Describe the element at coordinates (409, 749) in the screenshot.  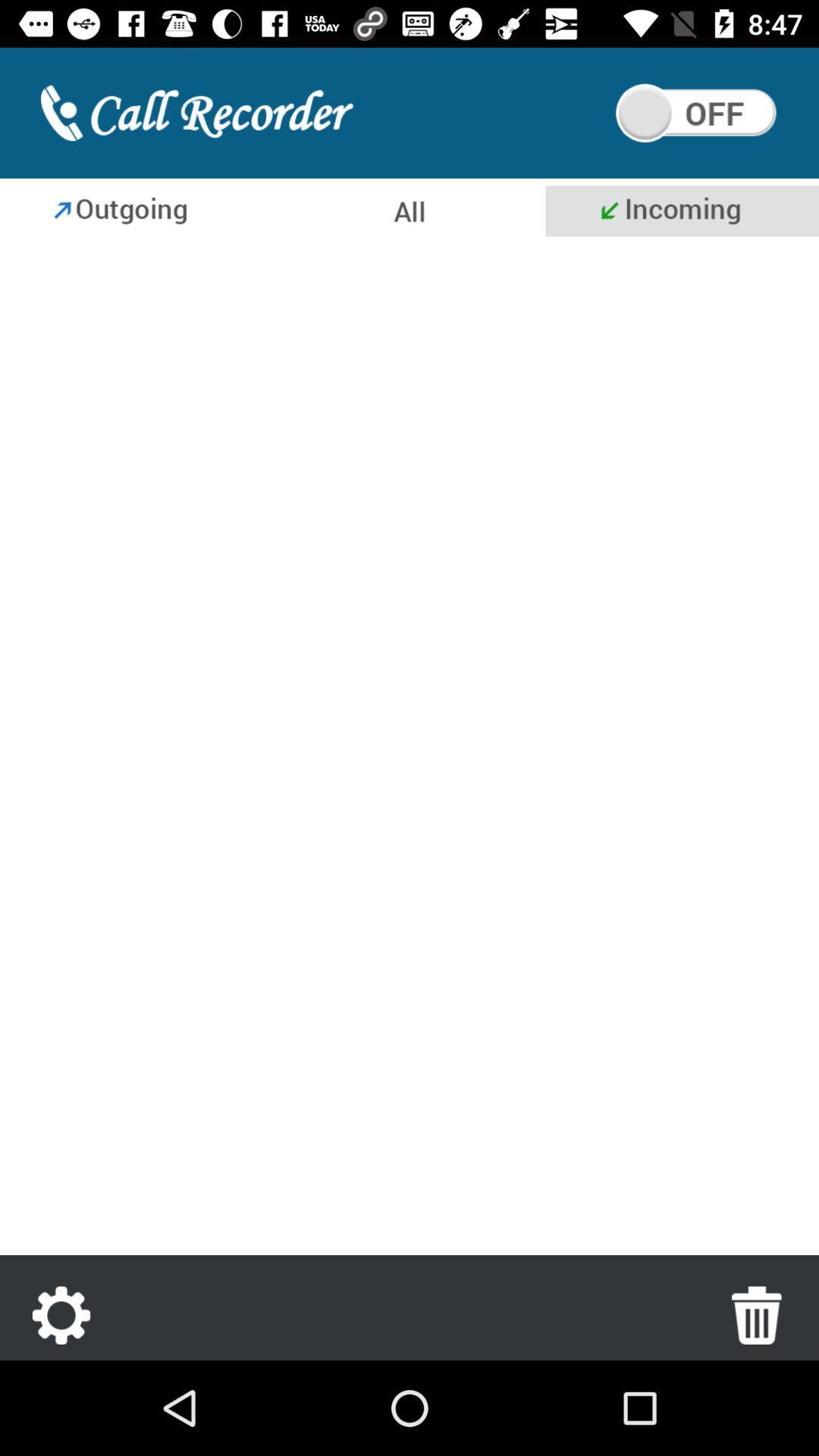
I see `item at the center` at that location.